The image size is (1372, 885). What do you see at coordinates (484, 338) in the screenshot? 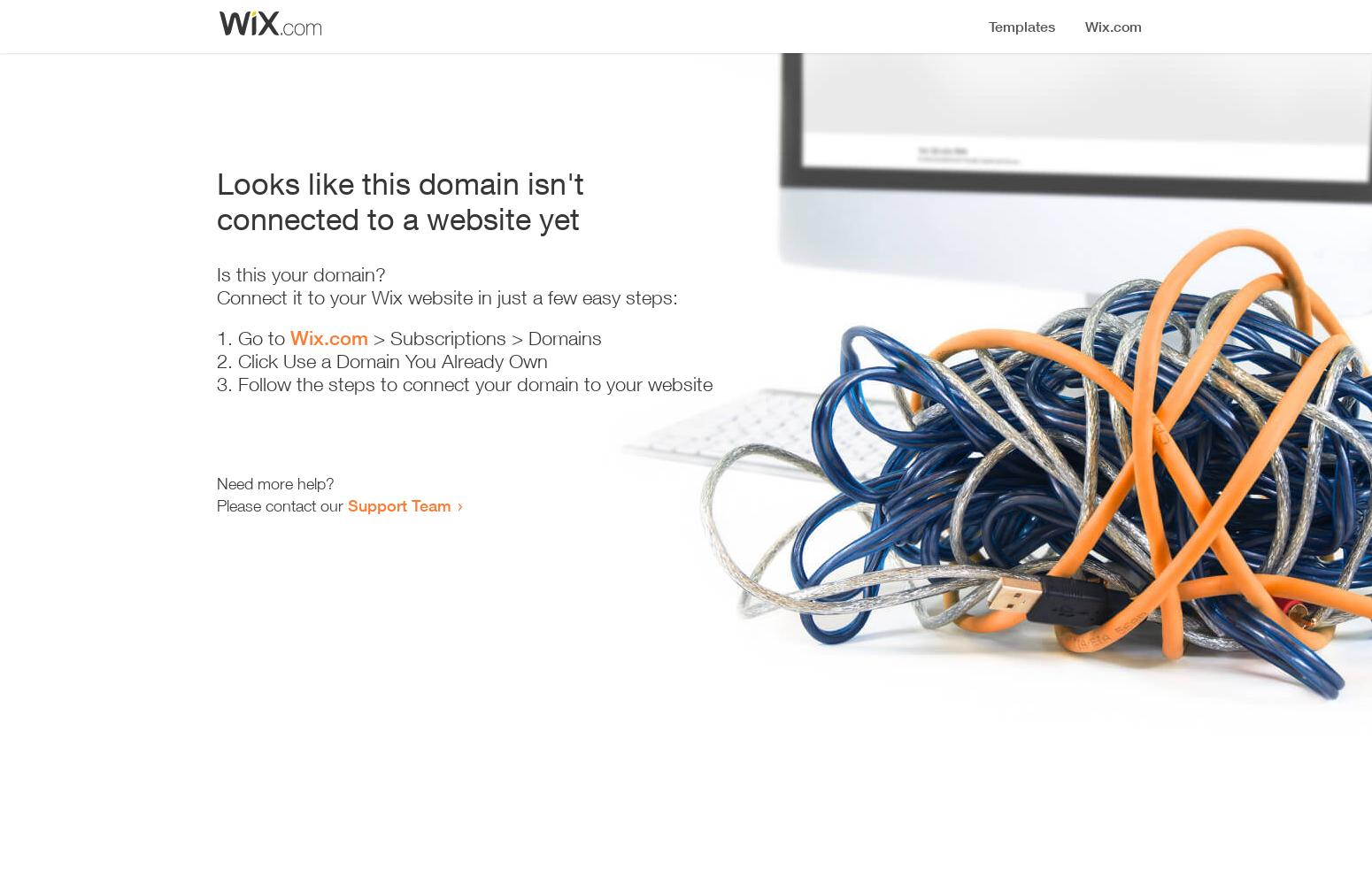
I see `'> Subscriptions > Domains'` at bounding box center [484, 338].